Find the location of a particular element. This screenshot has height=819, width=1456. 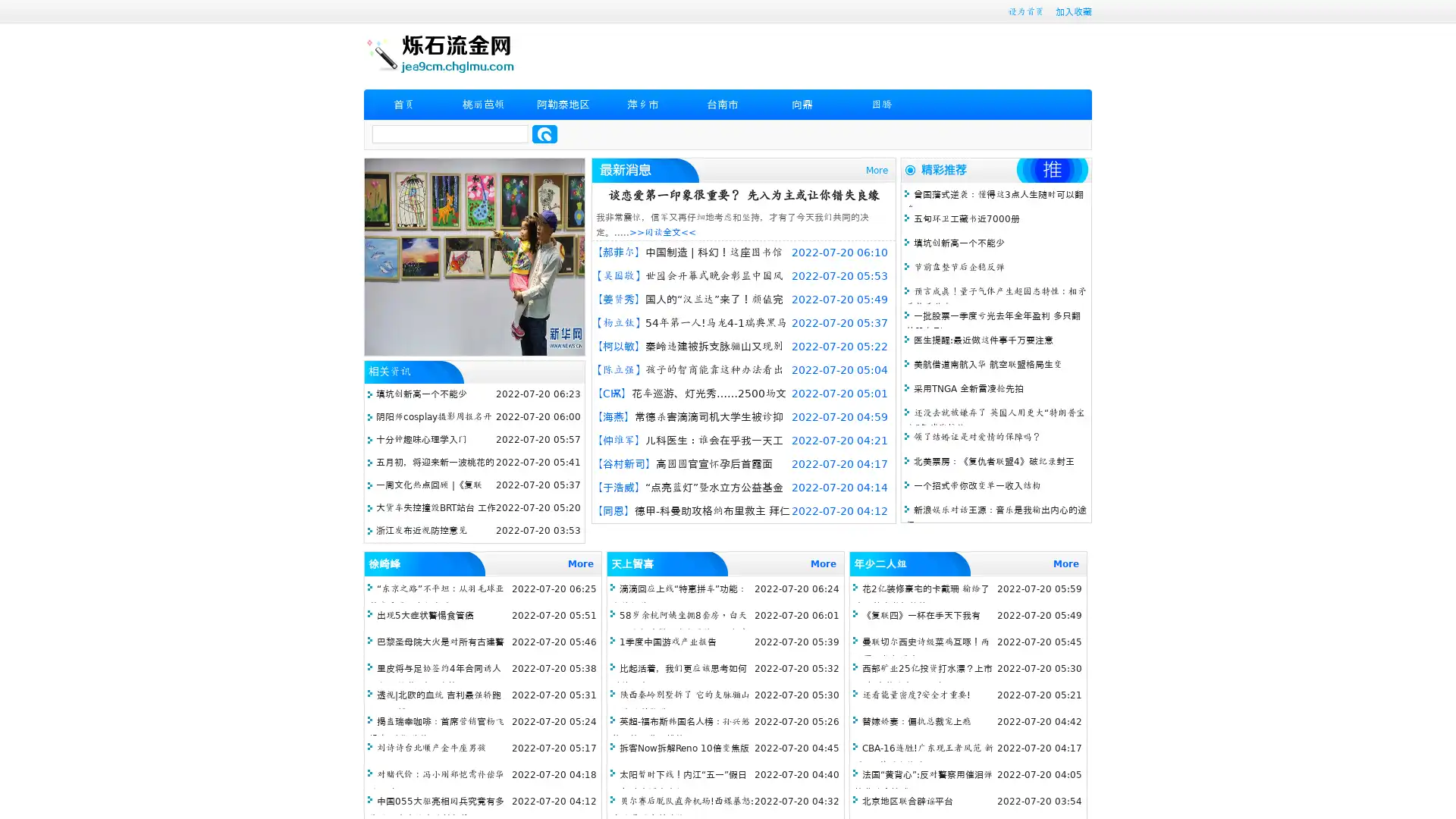

Search is located at coordinates (544, 133).